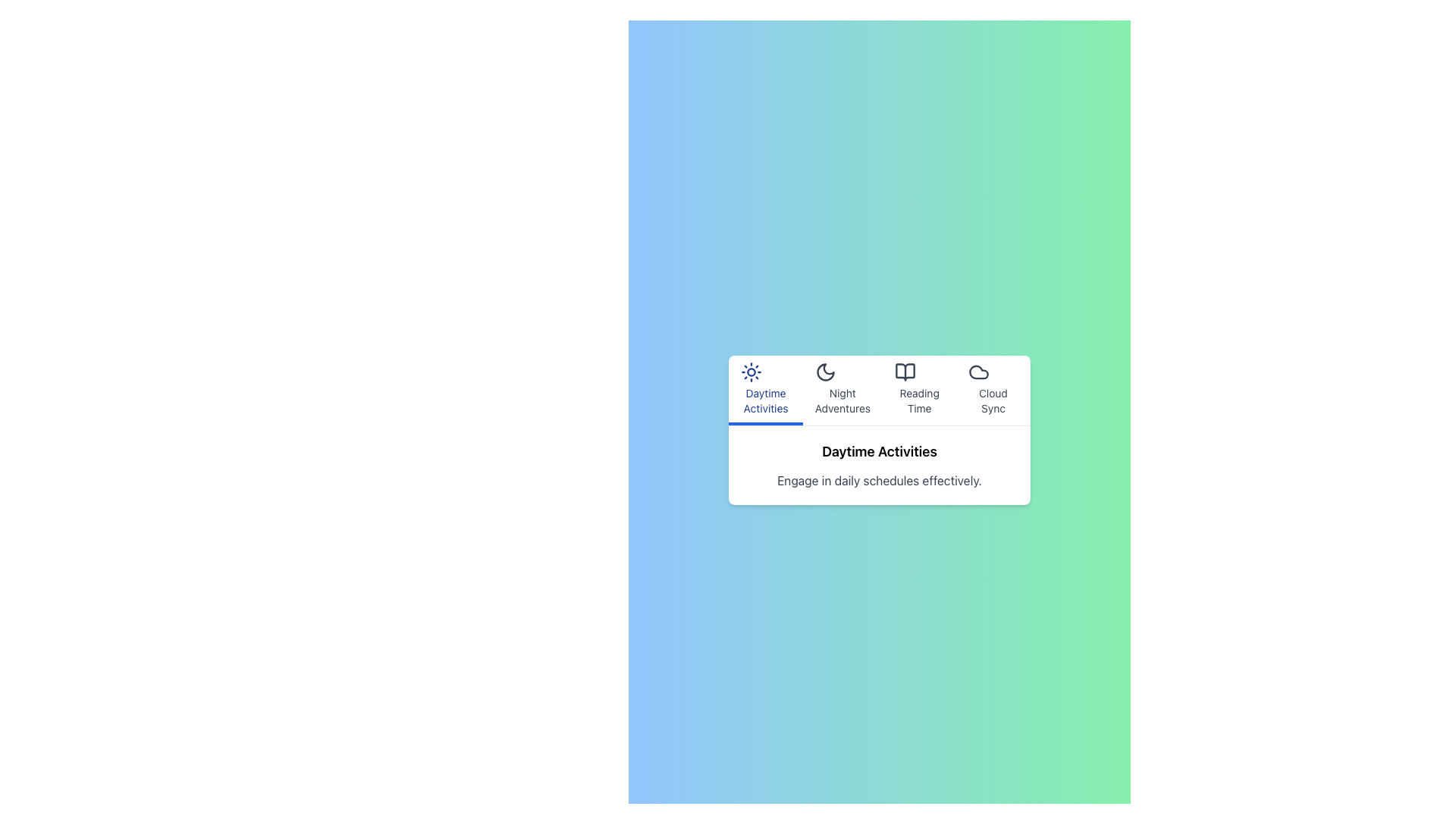 The height and width of the screenshot is (819, 1456). I want to click on the 'Night Adventures' icon button, located as the second icon from the left in a row of icons at the top of a card-like interface, so click(824, 372).